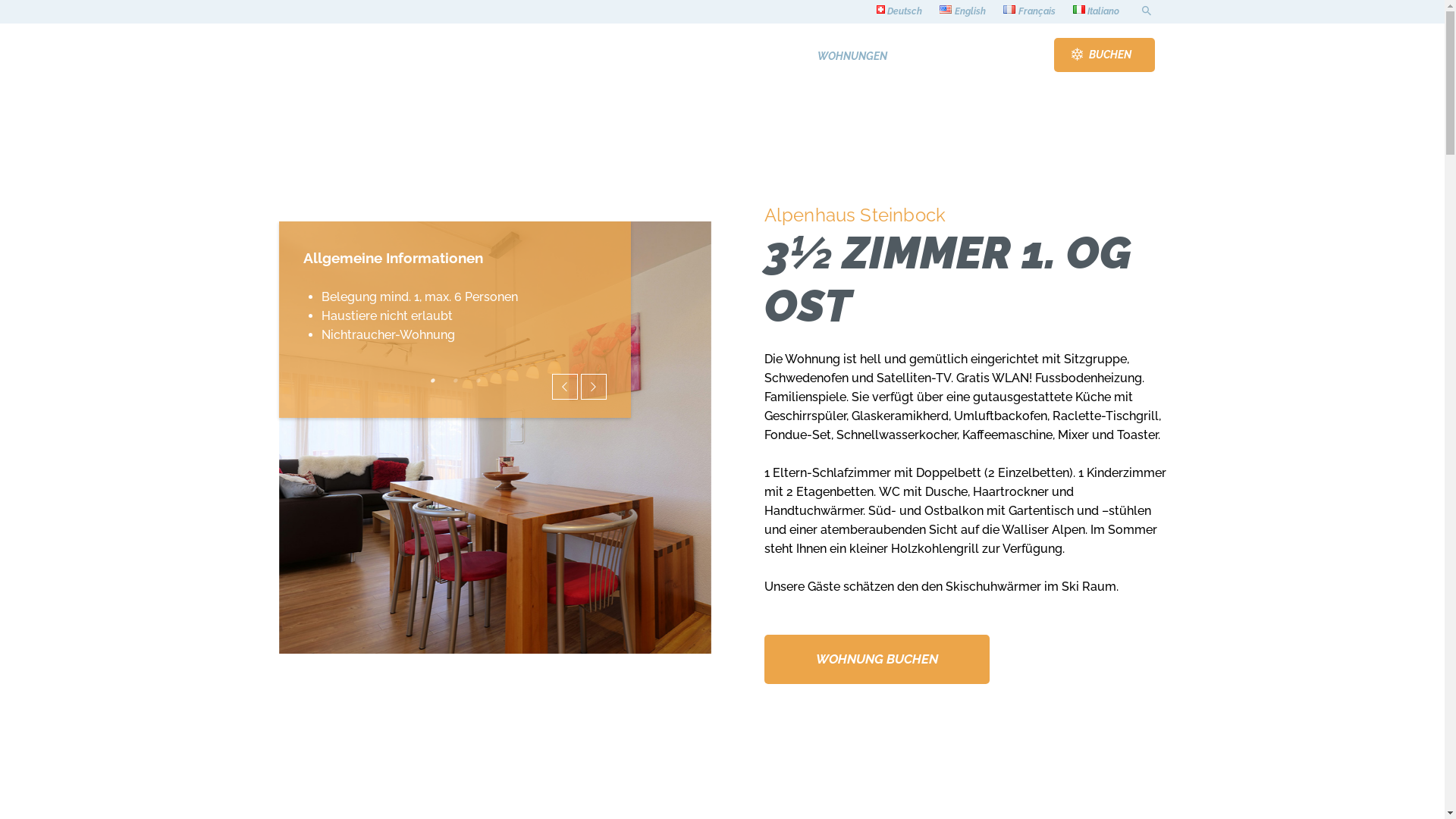  What do you see at coordinates (852, 55) in the screenshot?
I see `'WOHNUNGEN'` at bounding box center [852, 55].